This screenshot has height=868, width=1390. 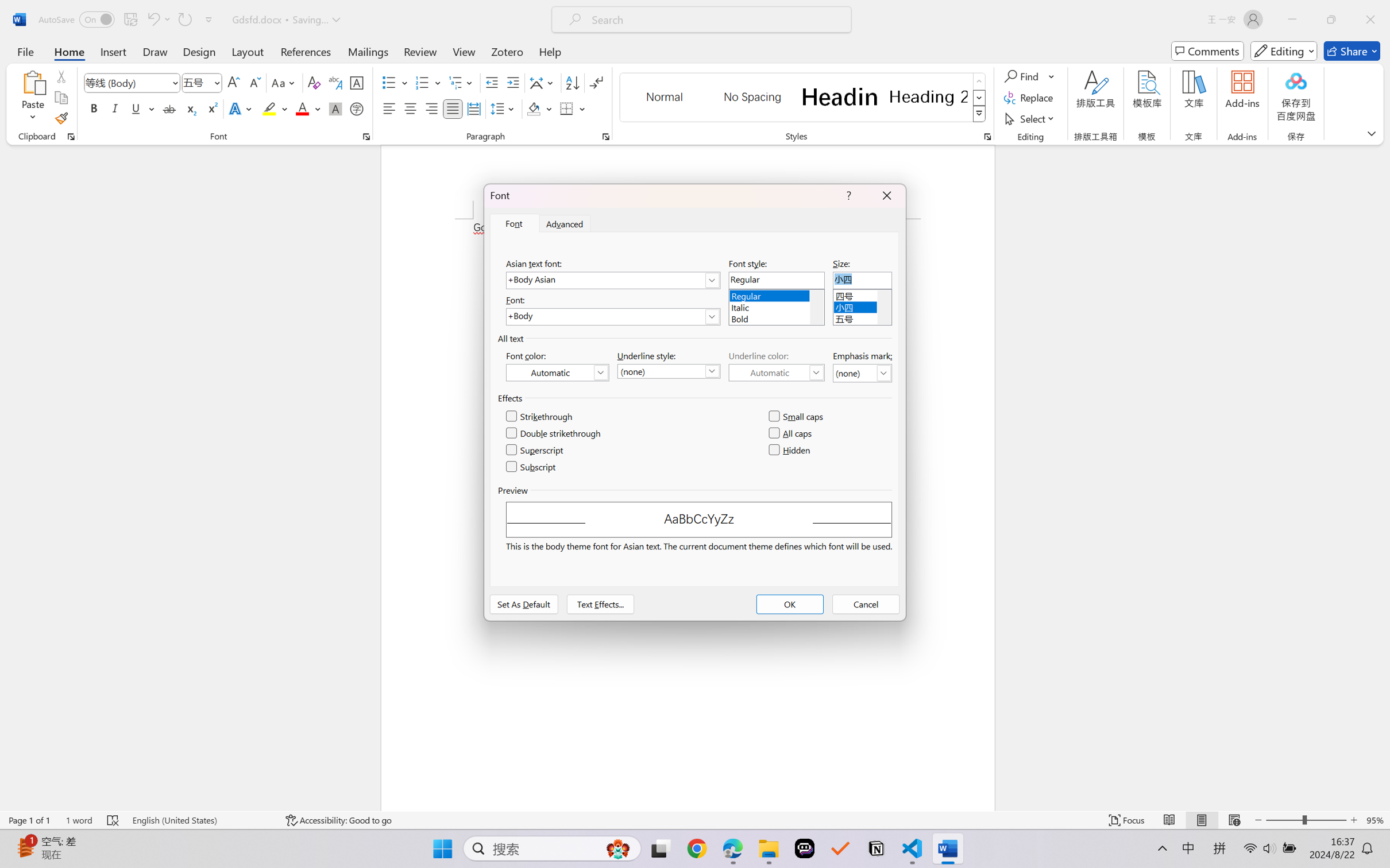 I want to click on 'Subscript', so click(x=531, y=467).